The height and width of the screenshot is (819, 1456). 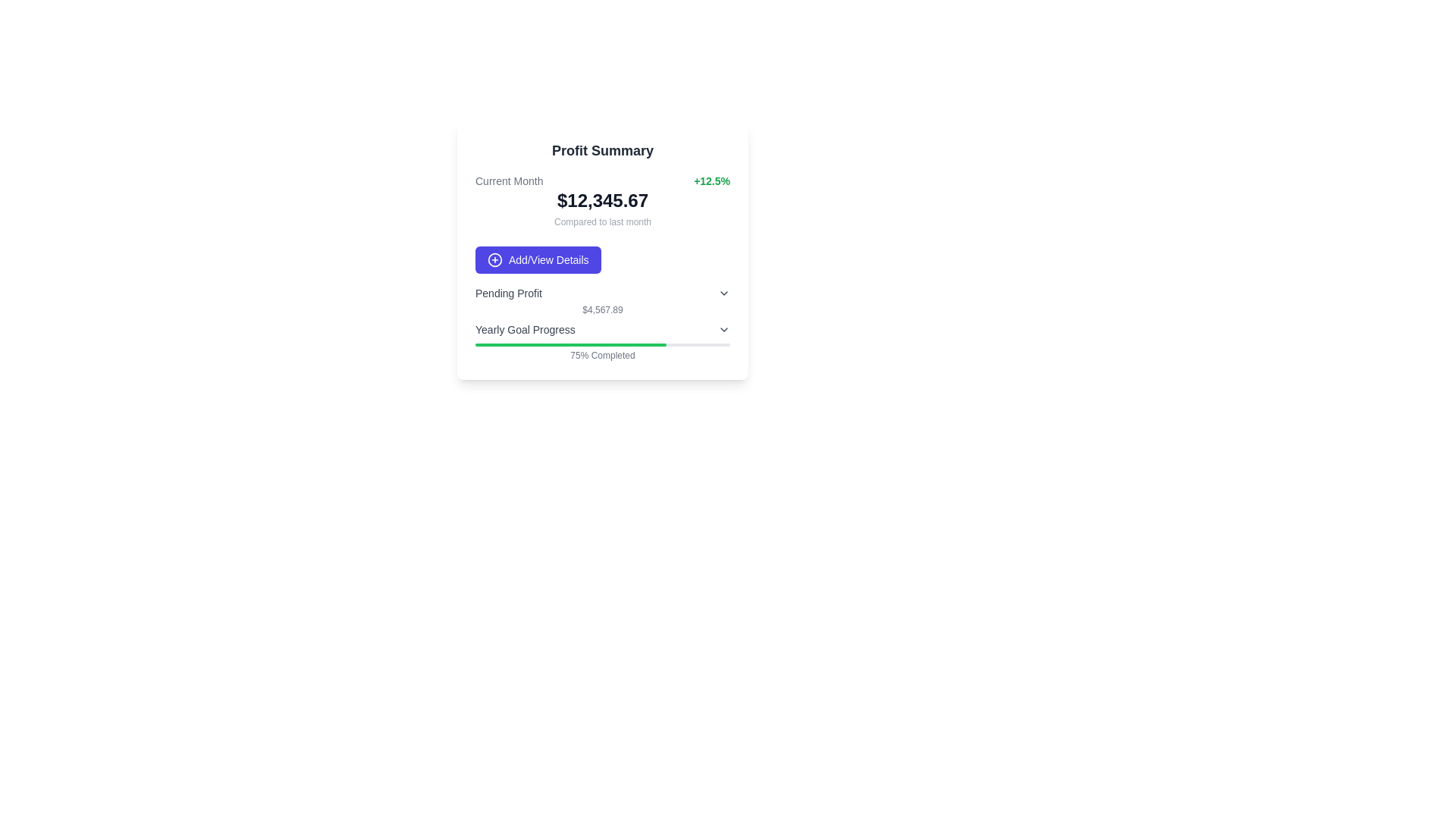 What do you see at coordinates (602, 222) in the screenshot?
I see `the text label that provides comparative context for the numerical data displayed above it, located below the number "$12,345.67" in the financial summary section` at bounding box center [602, 222].